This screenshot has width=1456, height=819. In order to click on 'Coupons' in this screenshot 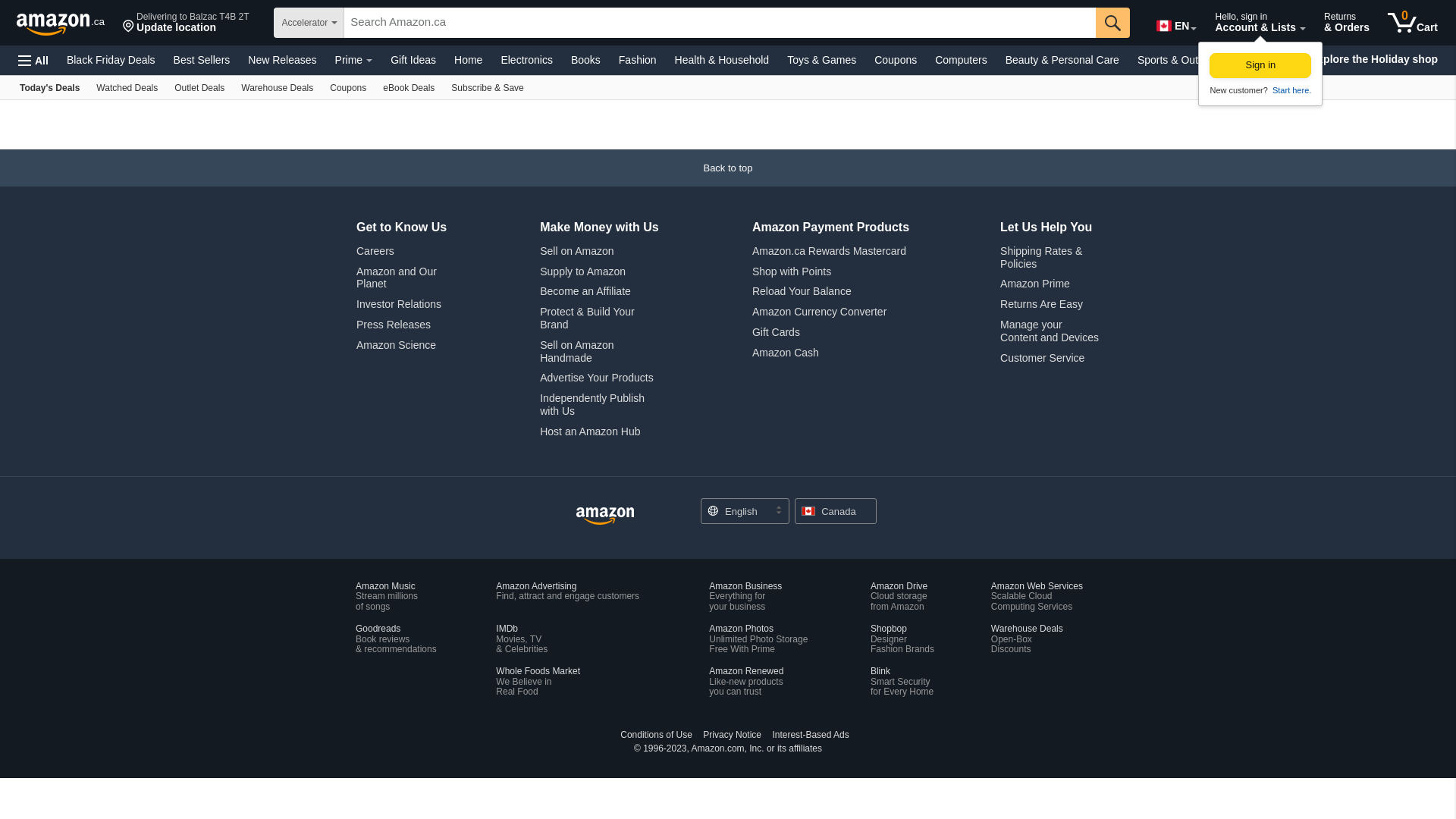, I will do `click(347, 87)`.